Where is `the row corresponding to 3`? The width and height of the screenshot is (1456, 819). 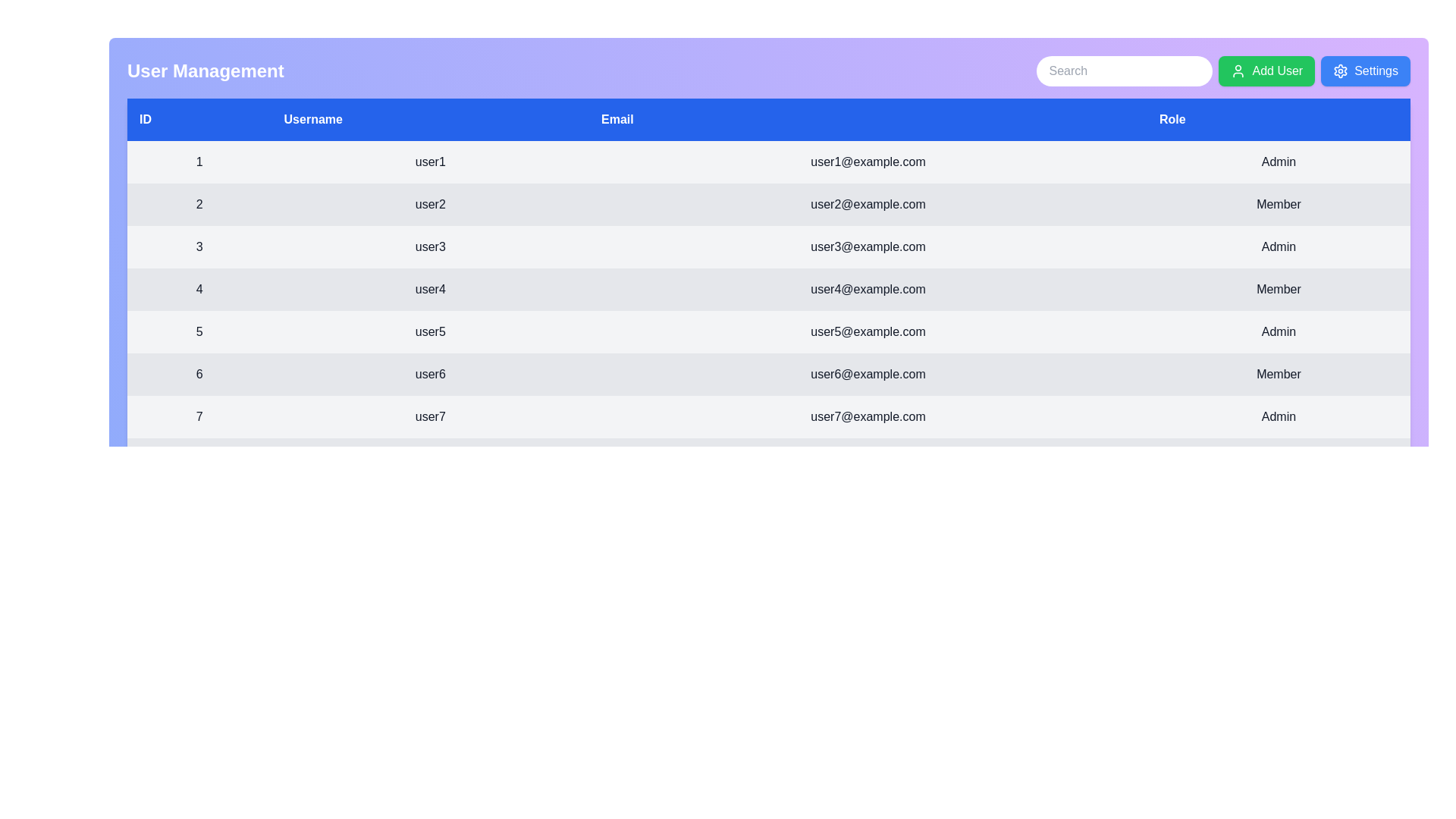
the row corresponding to 3 is located at coordinates (768, 246).